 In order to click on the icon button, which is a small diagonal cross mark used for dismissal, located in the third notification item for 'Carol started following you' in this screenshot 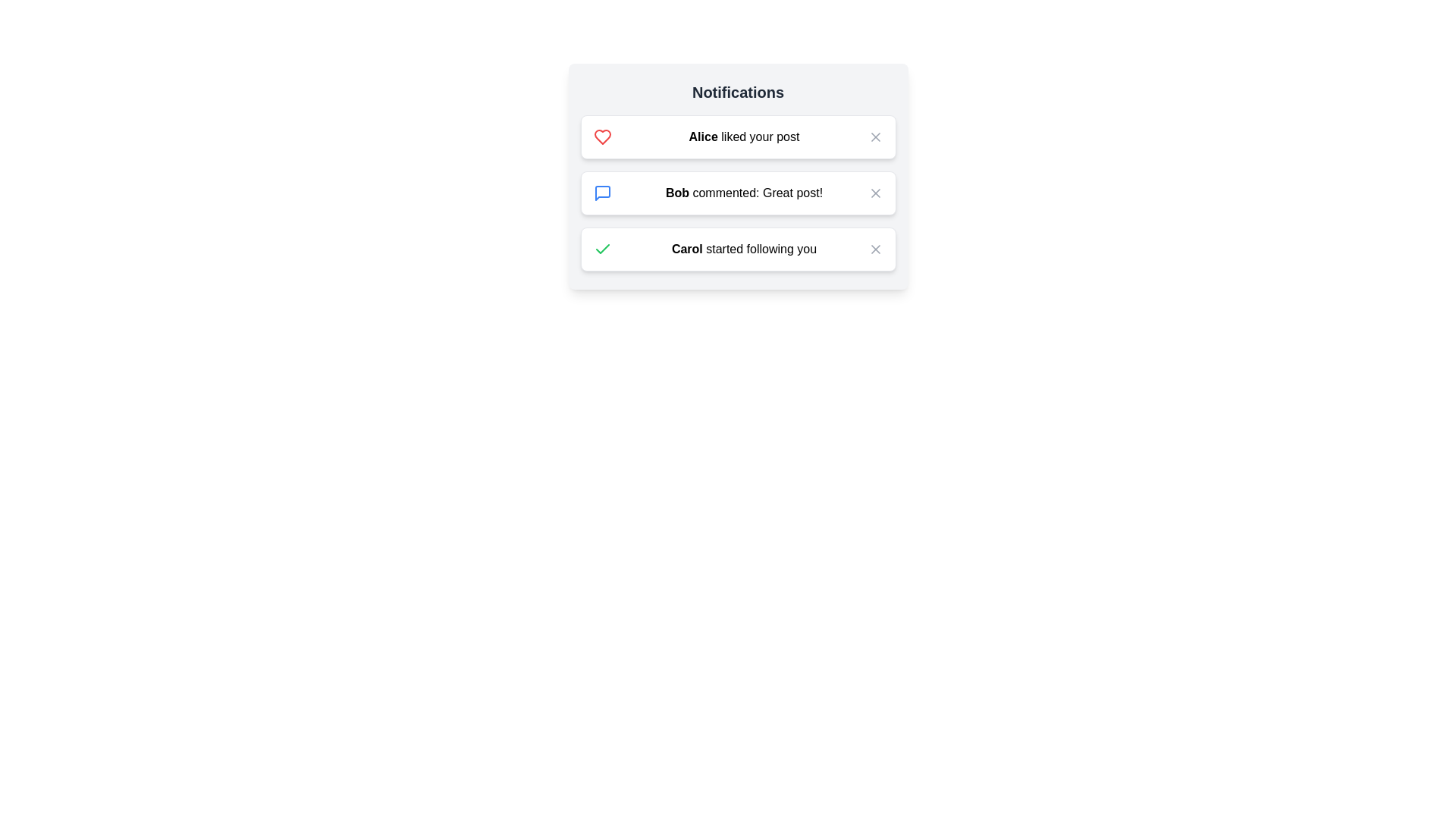, I will do `click(875, 248)`.